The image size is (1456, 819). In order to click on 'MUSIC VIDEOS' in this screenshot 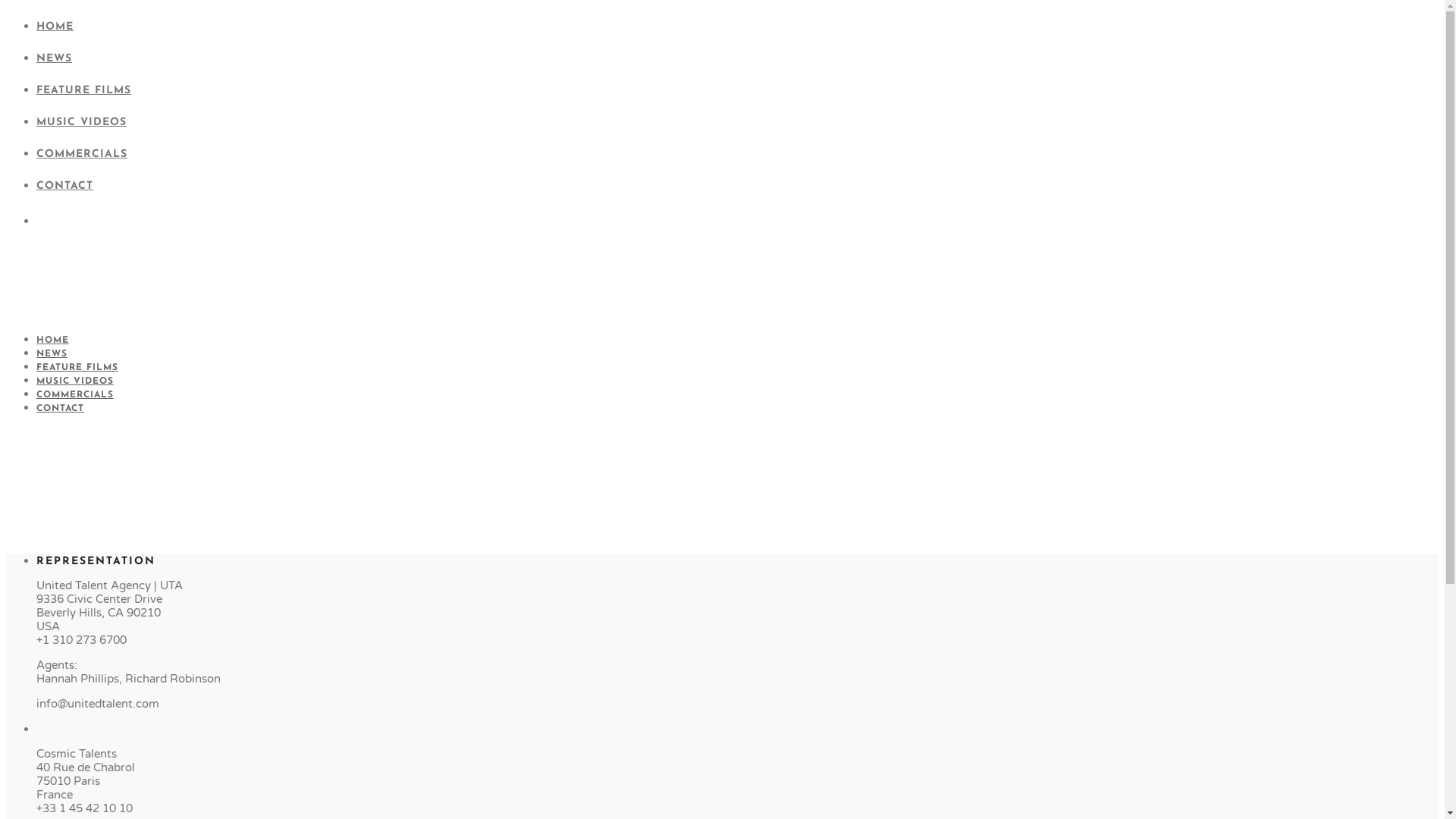, I will do `click(36, 121)`.